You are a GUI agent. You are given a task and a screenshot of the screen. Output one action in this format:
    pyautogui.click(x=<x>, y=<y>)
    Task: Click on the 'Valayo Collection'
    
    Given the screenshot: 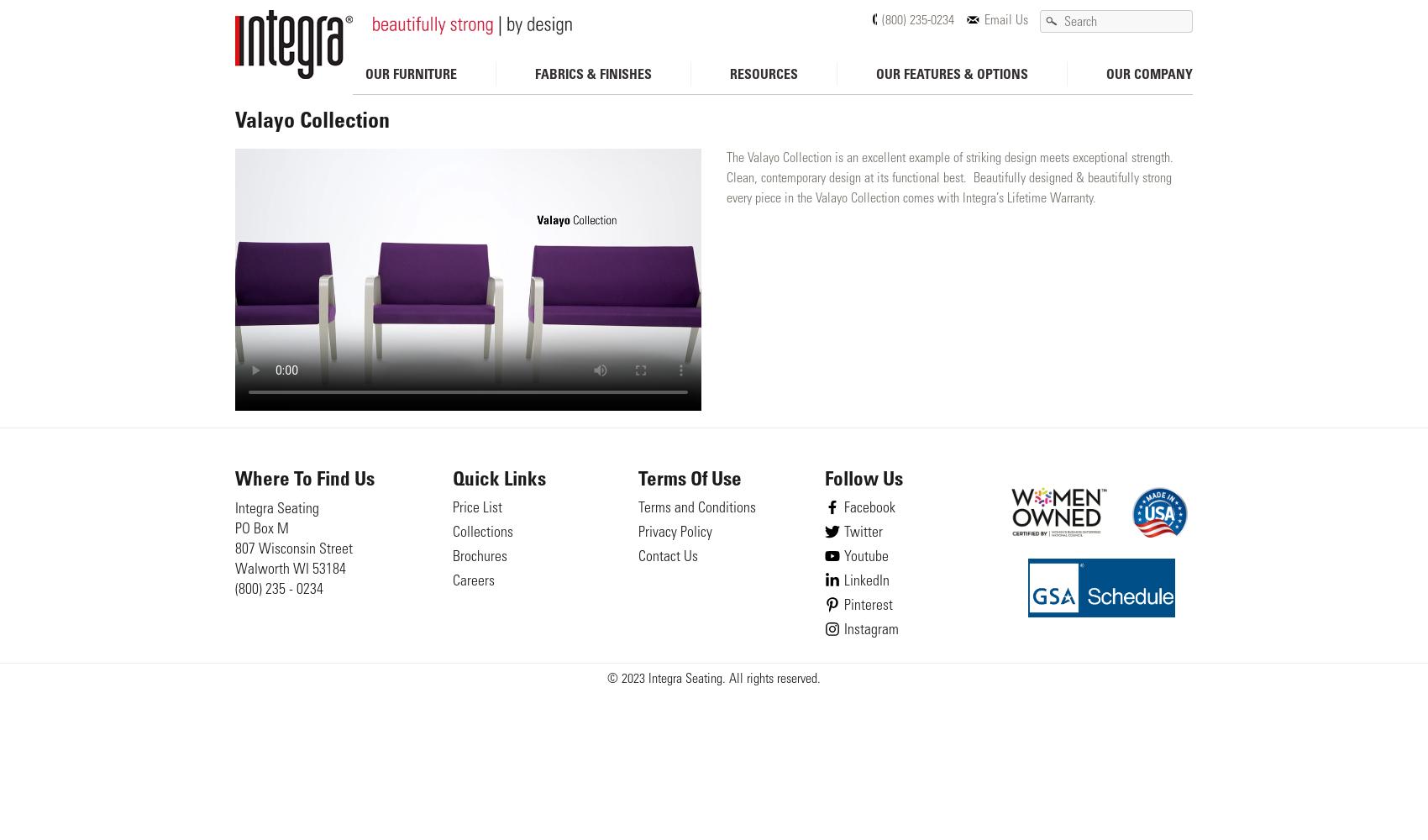 What is the action you would take?
    pyautogui.click(x=234, y=123)
    